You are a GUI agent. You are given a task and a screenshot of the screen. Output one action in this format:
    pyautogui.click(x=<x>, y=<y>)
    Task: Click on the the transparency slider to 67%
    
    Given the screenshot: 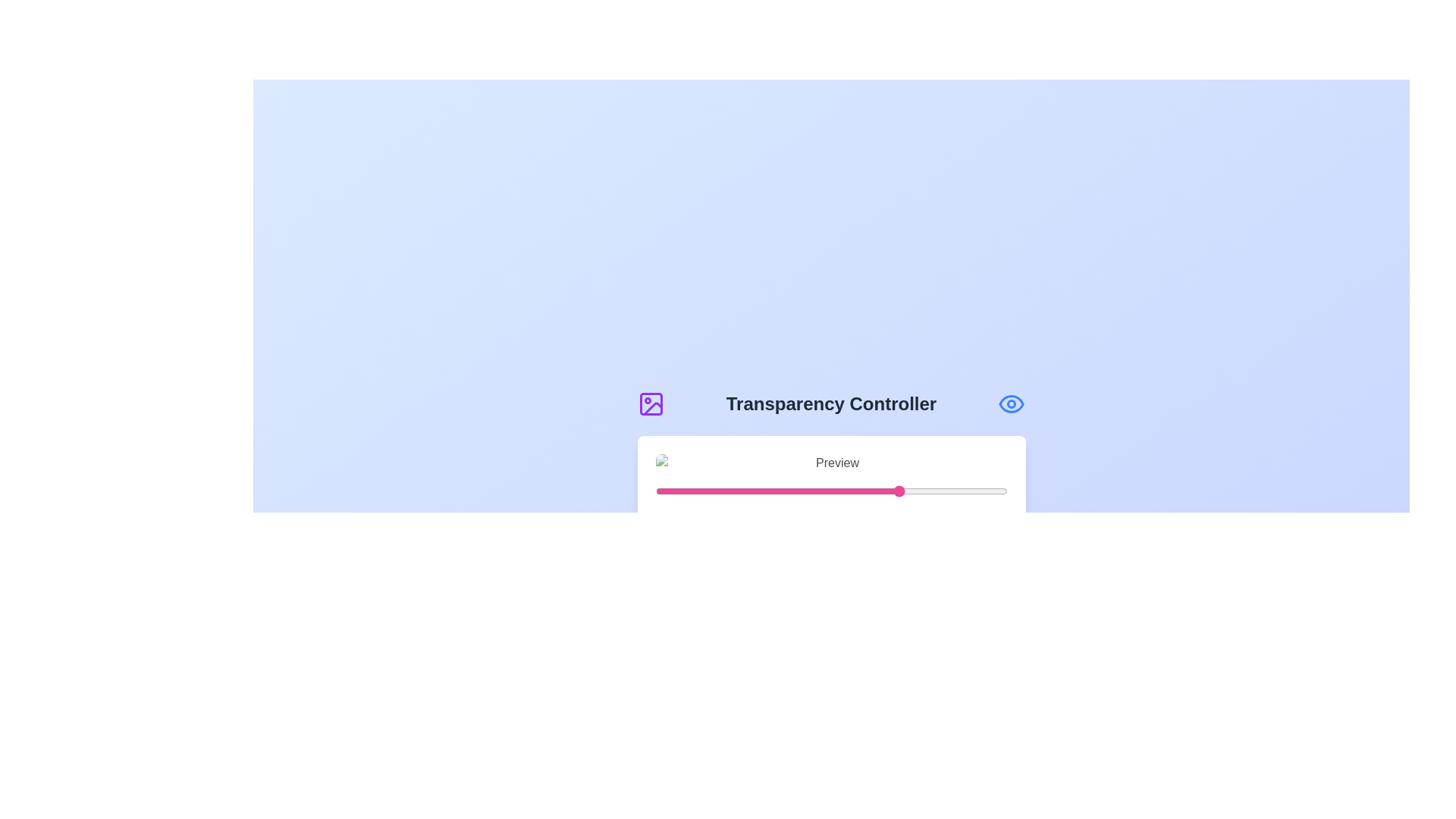 What is the action you would take?
    pyautogui.click(x=891, y=491)
    